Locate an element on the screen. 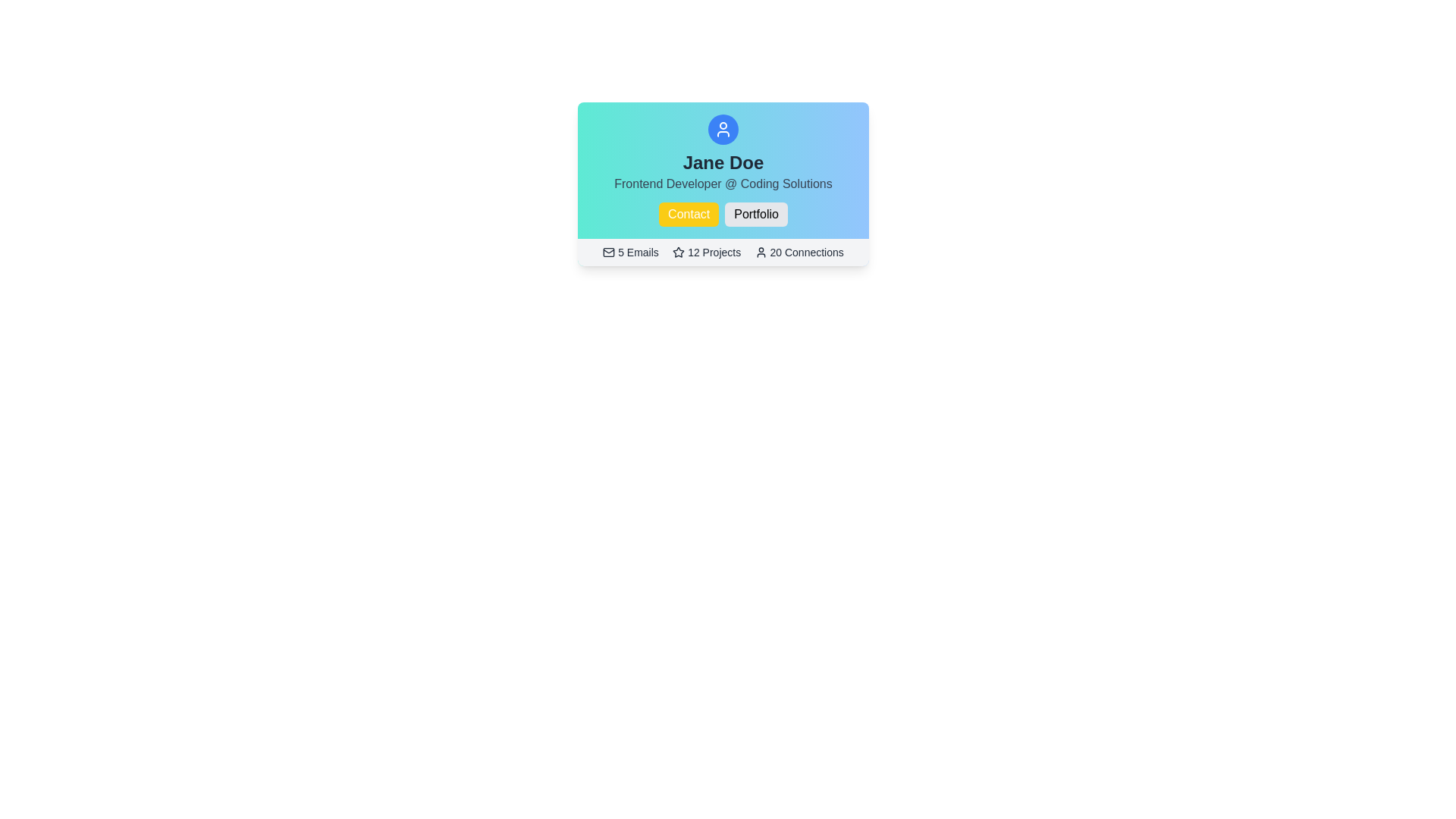 The image size is (1456, 819). the yellow 'Contact' button with white text, which is the leftmost button in a horizontal layout beneath a name and title section is located at coordinates (687, 214).